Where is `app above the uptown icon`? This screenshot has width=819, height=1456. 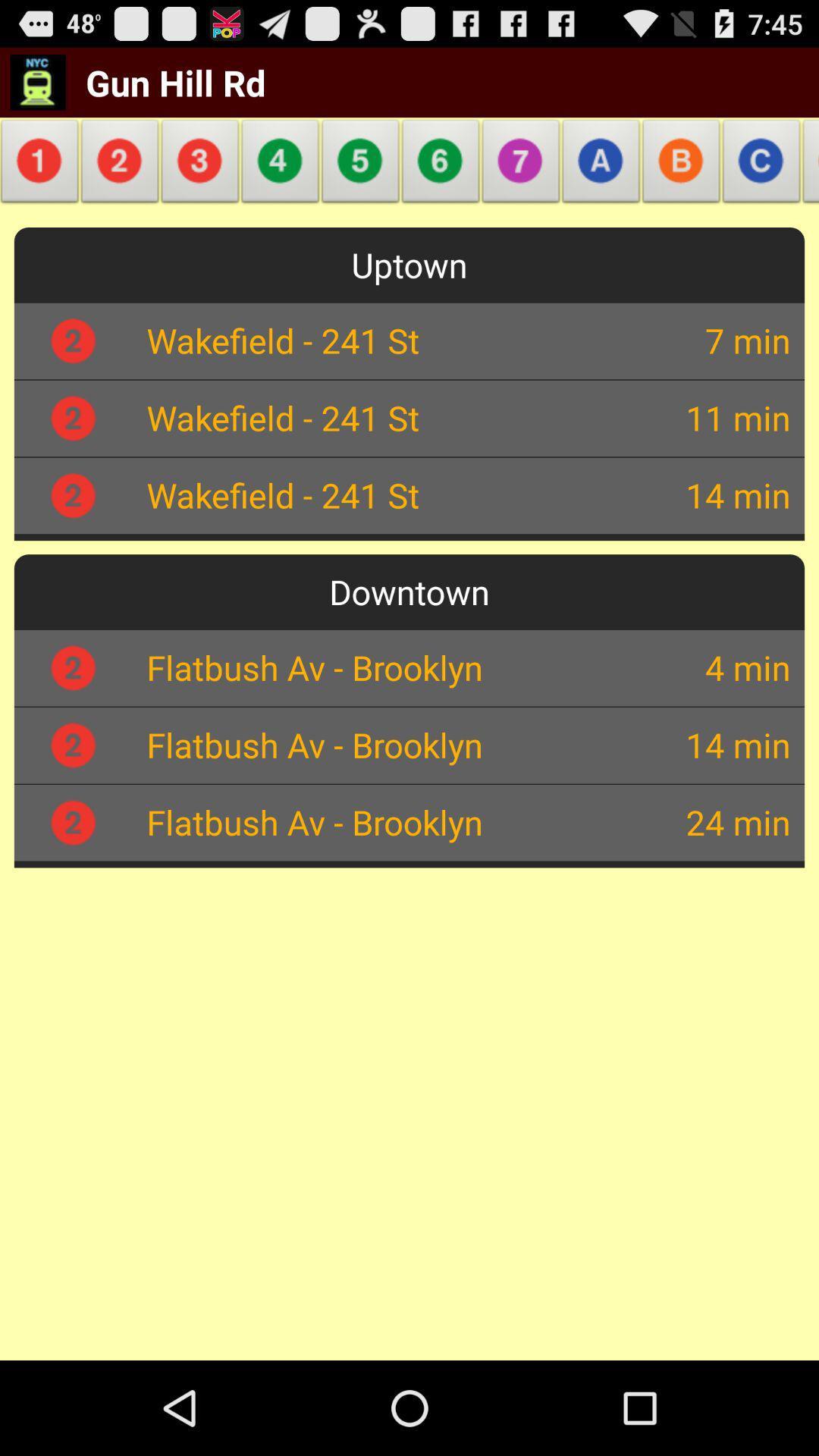 app above the uptown icon is located at coordinates (42, 165).